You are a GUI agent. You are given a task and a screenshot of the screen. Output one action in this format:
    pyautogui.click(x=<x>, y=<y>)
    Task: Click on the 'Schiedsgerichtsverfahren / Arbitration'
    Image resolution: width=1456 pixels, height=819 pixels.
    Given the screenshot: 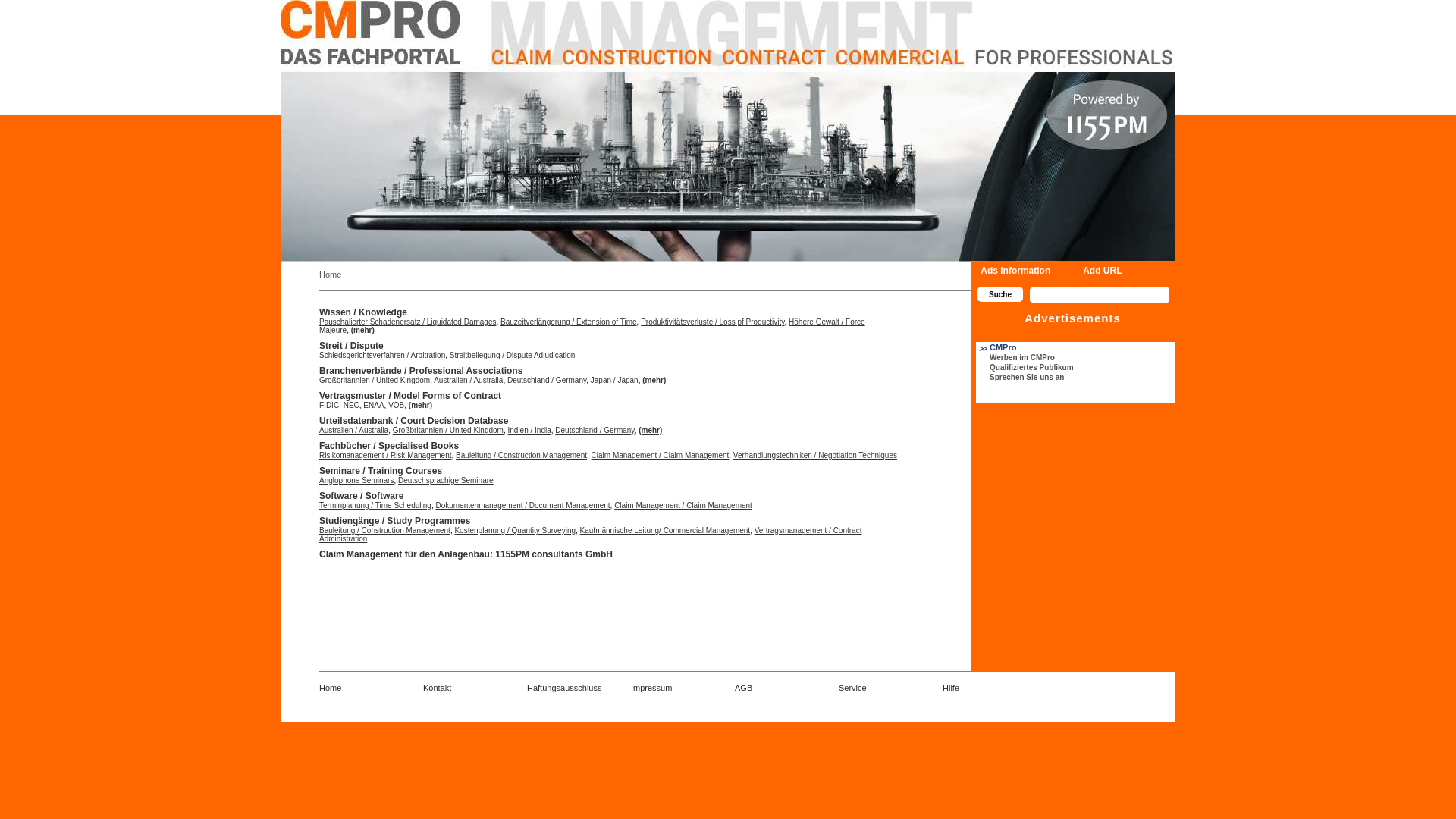 What is the action you would take?
    pyautogui.click(x=382, y=355)
    